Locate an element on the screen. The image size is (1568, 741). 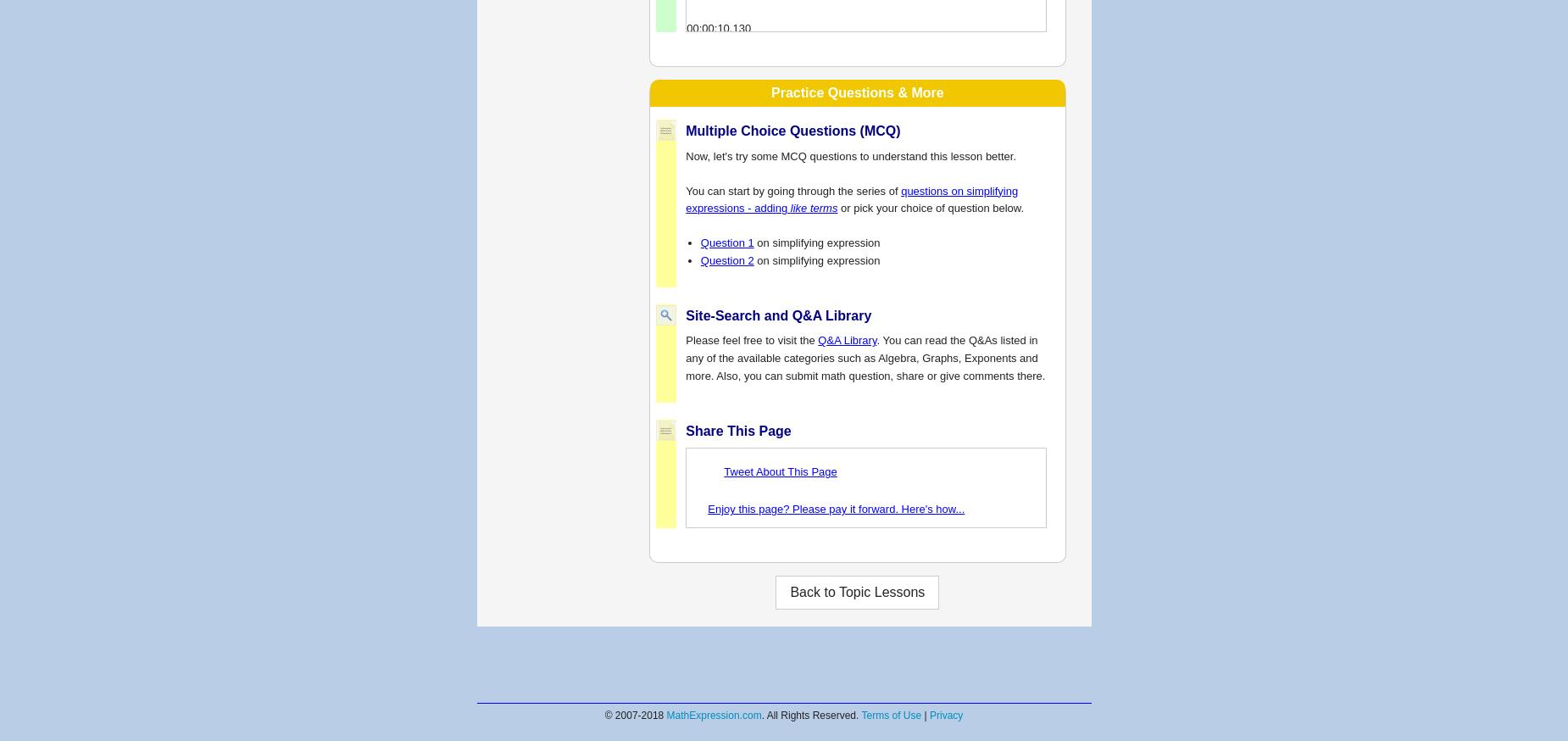
'. You can read the Q&As listed in any of the available categories such as Algebra, Graphs, Exponents and more. Also, you can submit math question, share or give comments there.' is located at coordinates (865, 357).